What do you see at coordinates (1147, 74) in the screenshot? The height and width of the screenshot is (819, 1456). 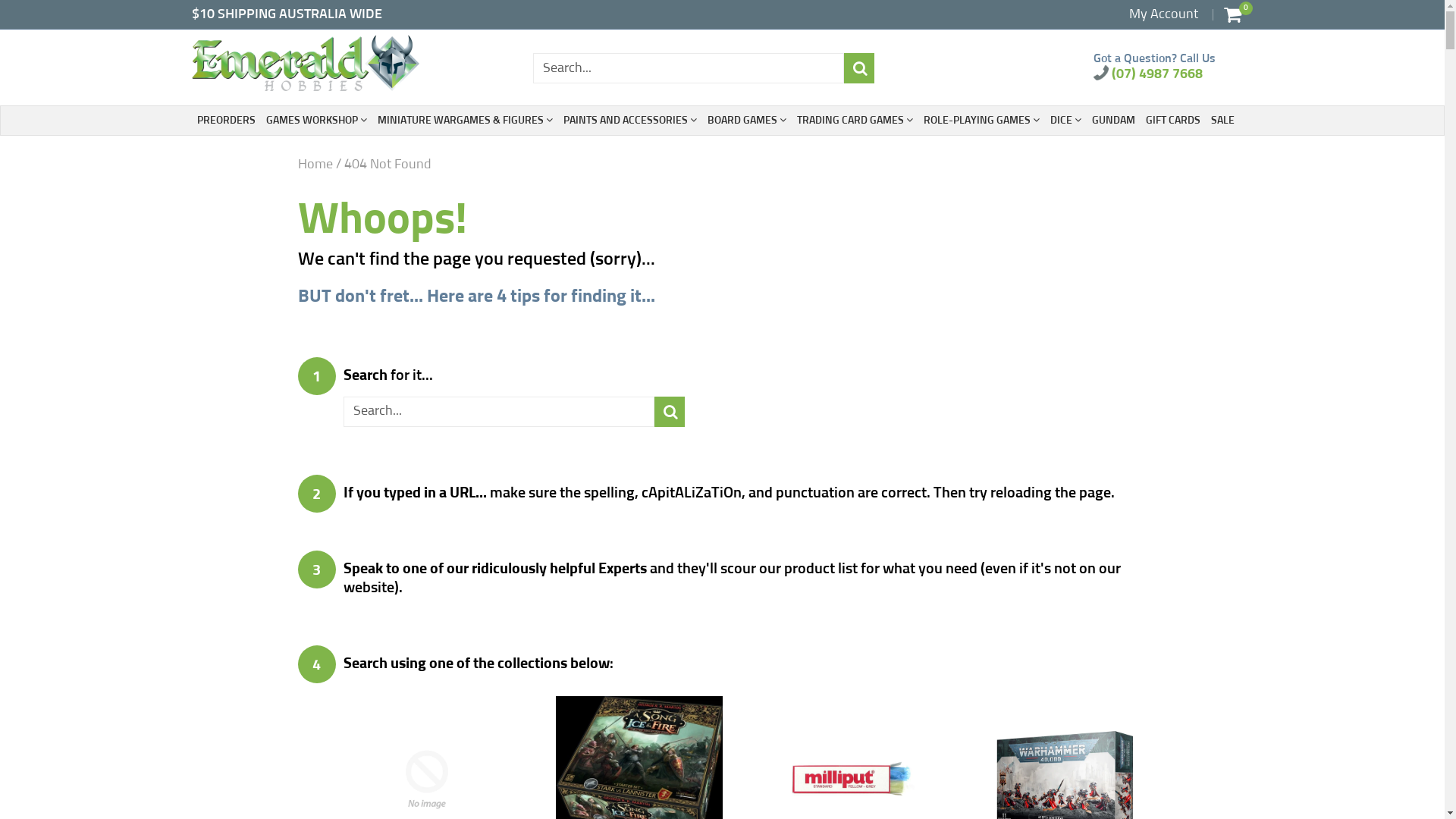 I see `'(07) 4987 7668'` at bounding box center [1147, 74].